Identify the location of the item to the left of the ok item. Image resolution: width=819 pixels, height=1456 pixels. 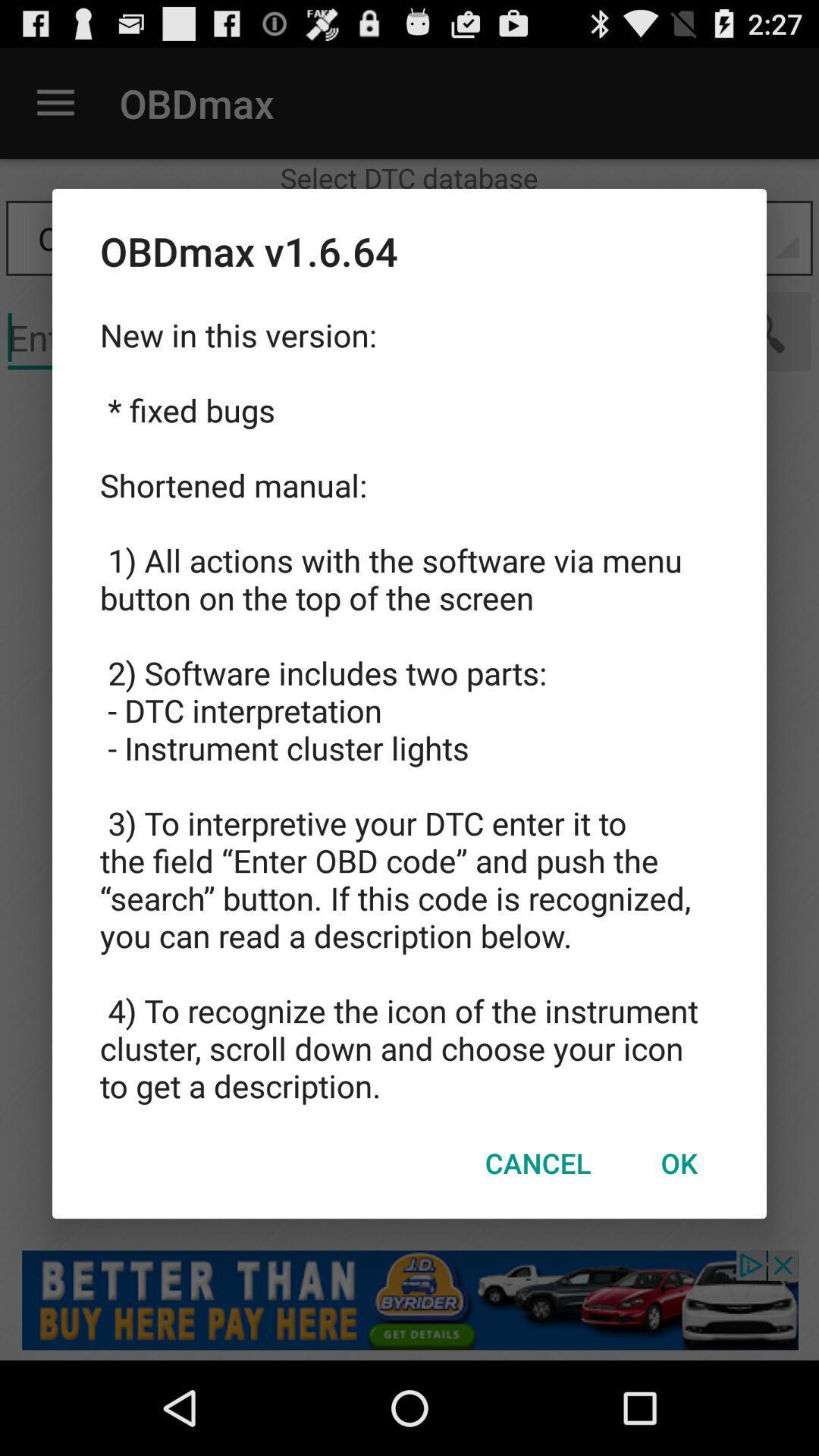
(537, 1162).